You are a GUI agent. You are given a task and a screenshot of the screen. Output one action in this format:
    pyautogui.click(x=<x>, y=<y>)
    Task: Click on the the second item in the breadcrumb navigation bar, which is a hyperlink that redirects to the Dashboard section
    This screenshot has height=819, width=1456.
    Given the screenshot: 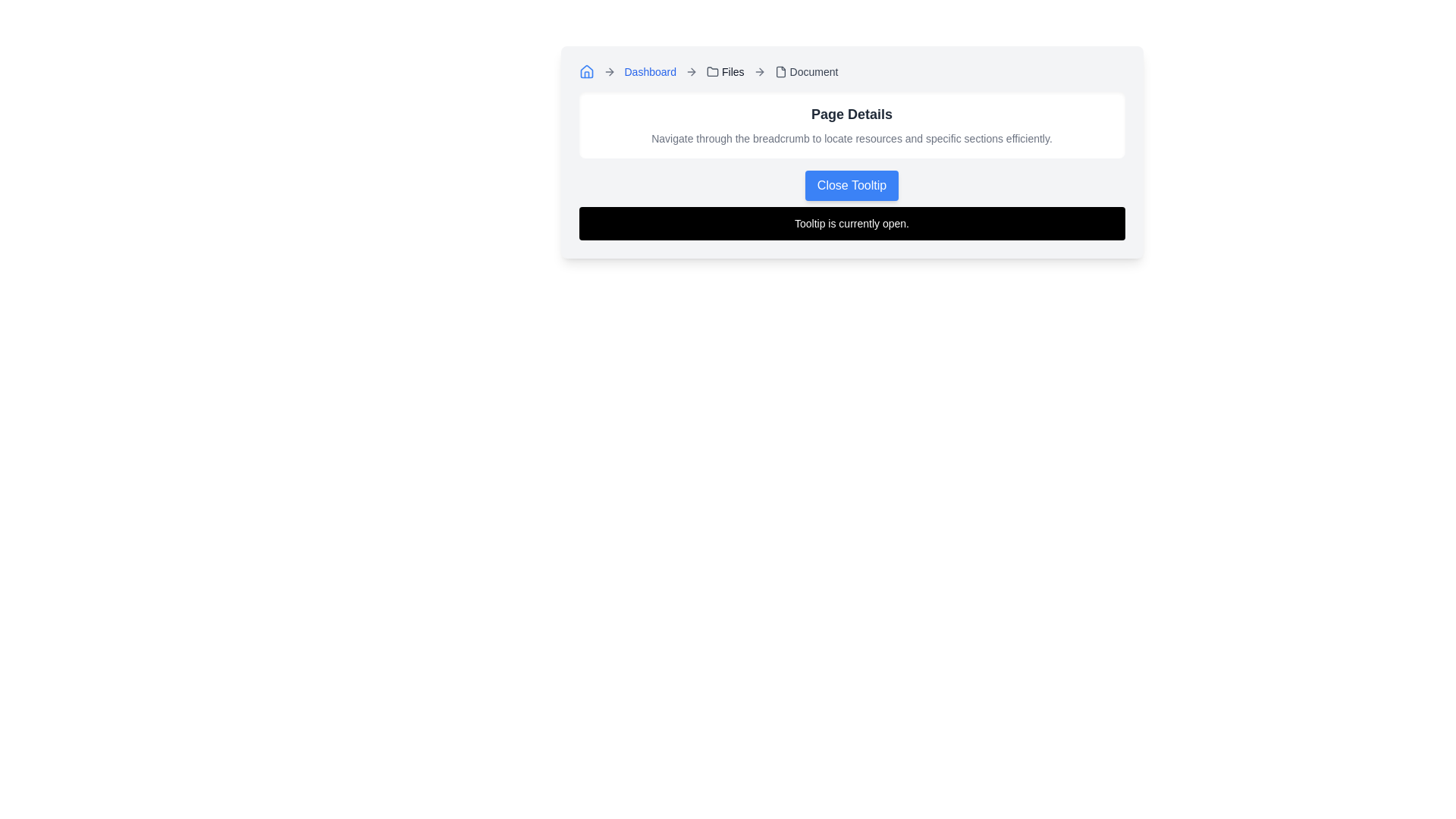 What is the action you would take?
    pyautogui.click(x=650, y=72)
    